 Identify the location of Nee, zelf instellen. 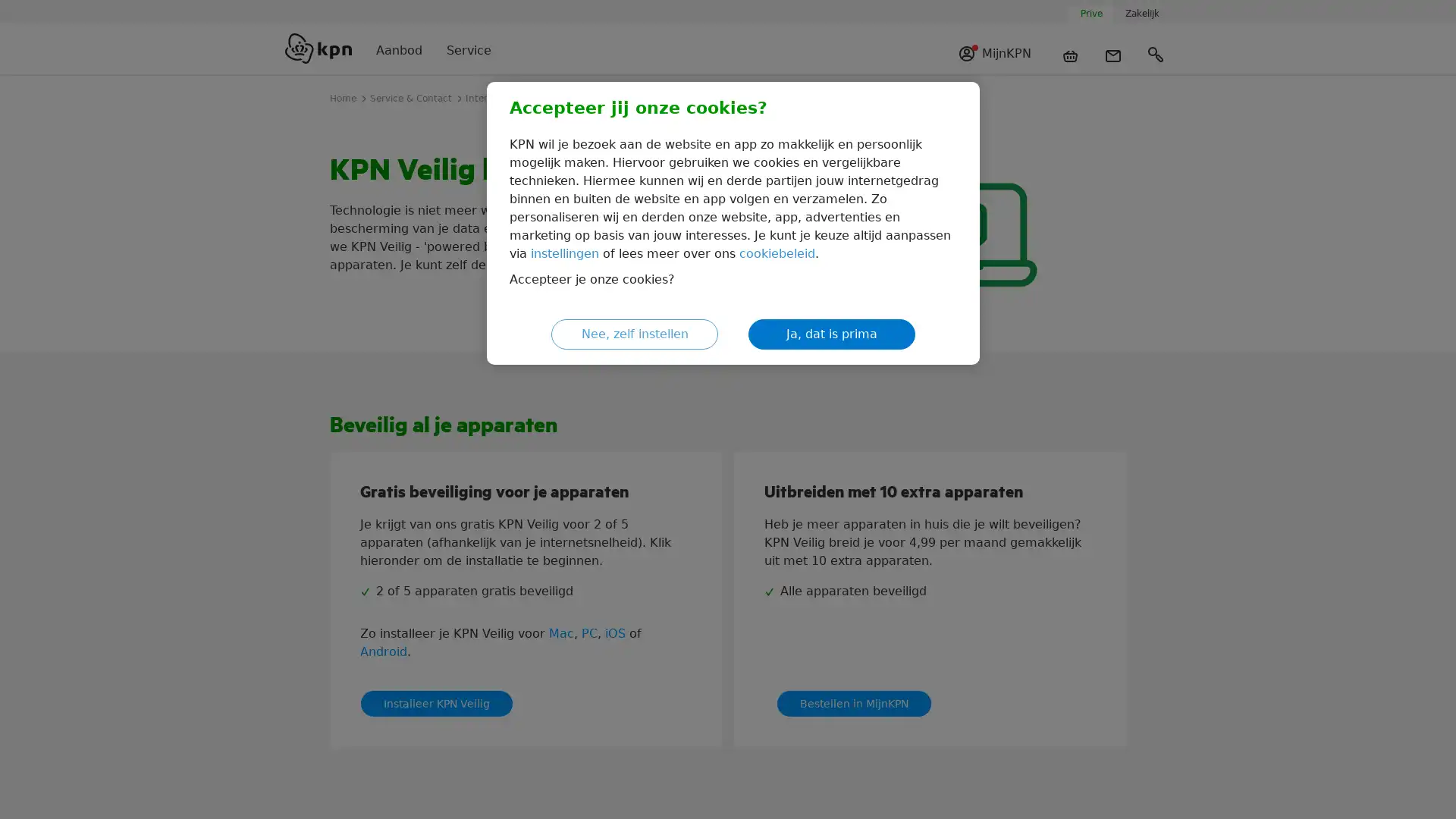
(634, 332).